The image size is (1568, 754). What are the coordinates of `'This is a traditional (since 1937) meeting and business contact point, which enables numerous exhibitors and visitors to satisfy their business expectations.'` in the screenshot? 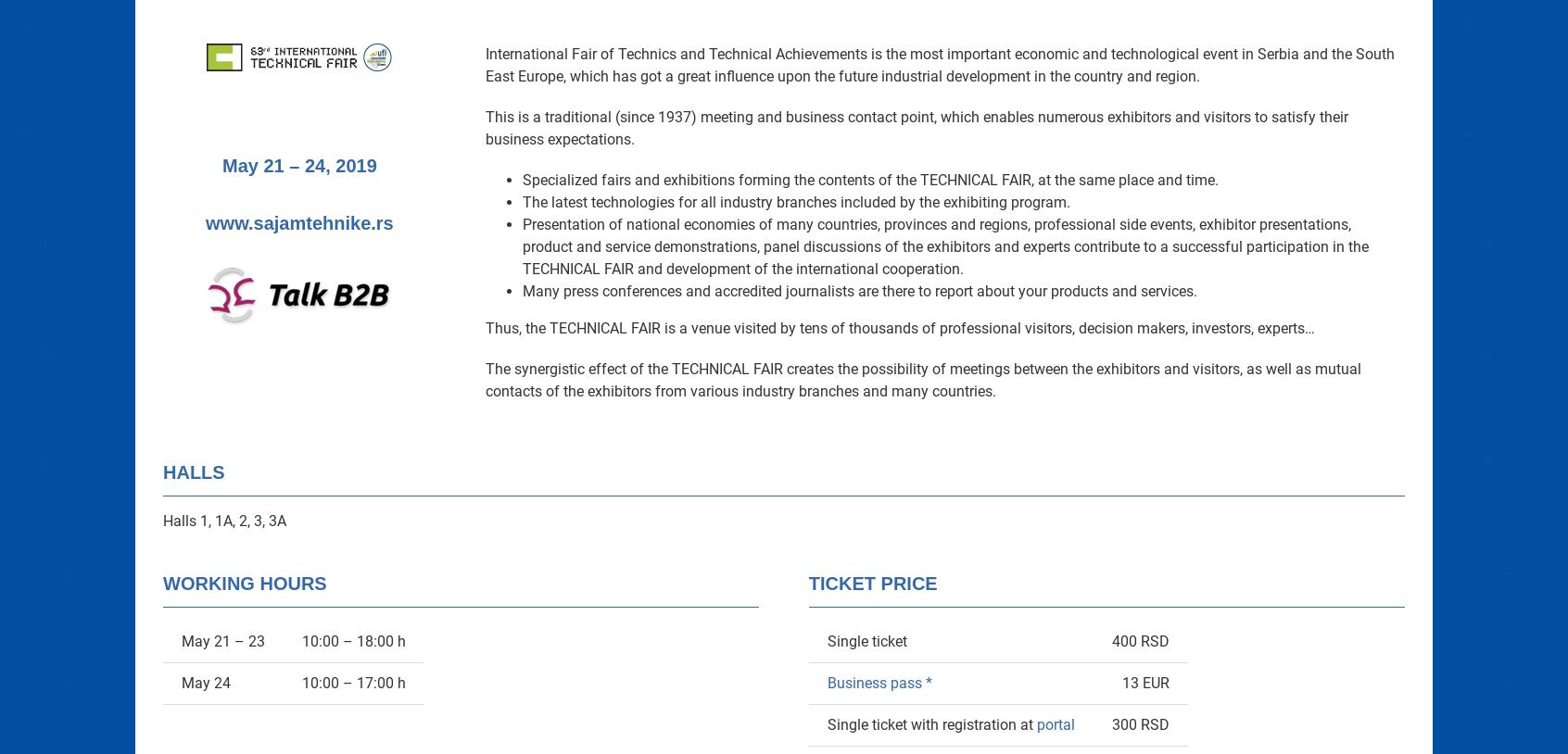 It's located at (916, 127).